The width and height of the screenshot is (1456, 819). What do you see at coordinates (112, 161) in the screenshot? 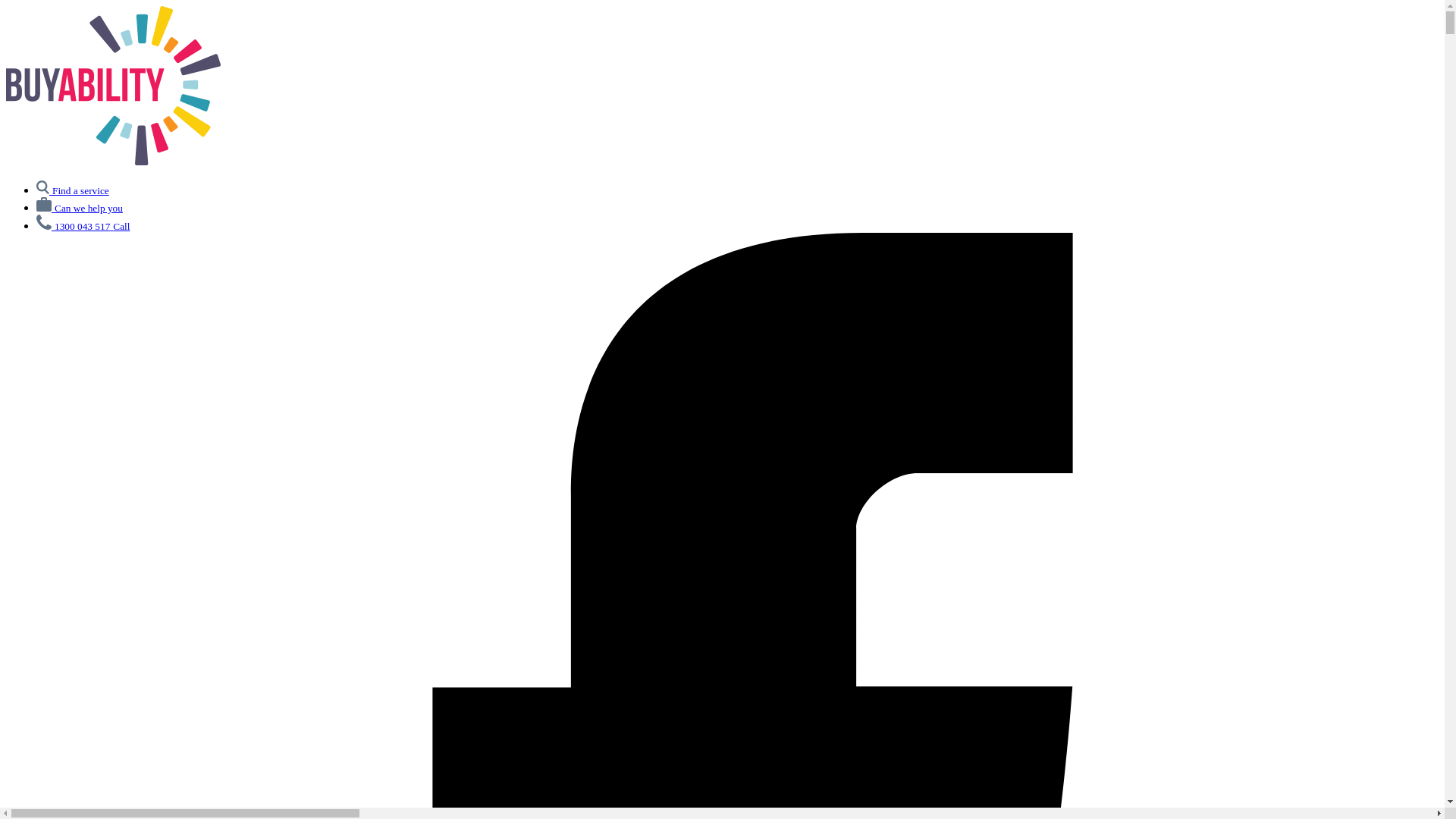
I see `'BuyAbility - Social Procurement Specialists'` at bounding box center [112, 161].